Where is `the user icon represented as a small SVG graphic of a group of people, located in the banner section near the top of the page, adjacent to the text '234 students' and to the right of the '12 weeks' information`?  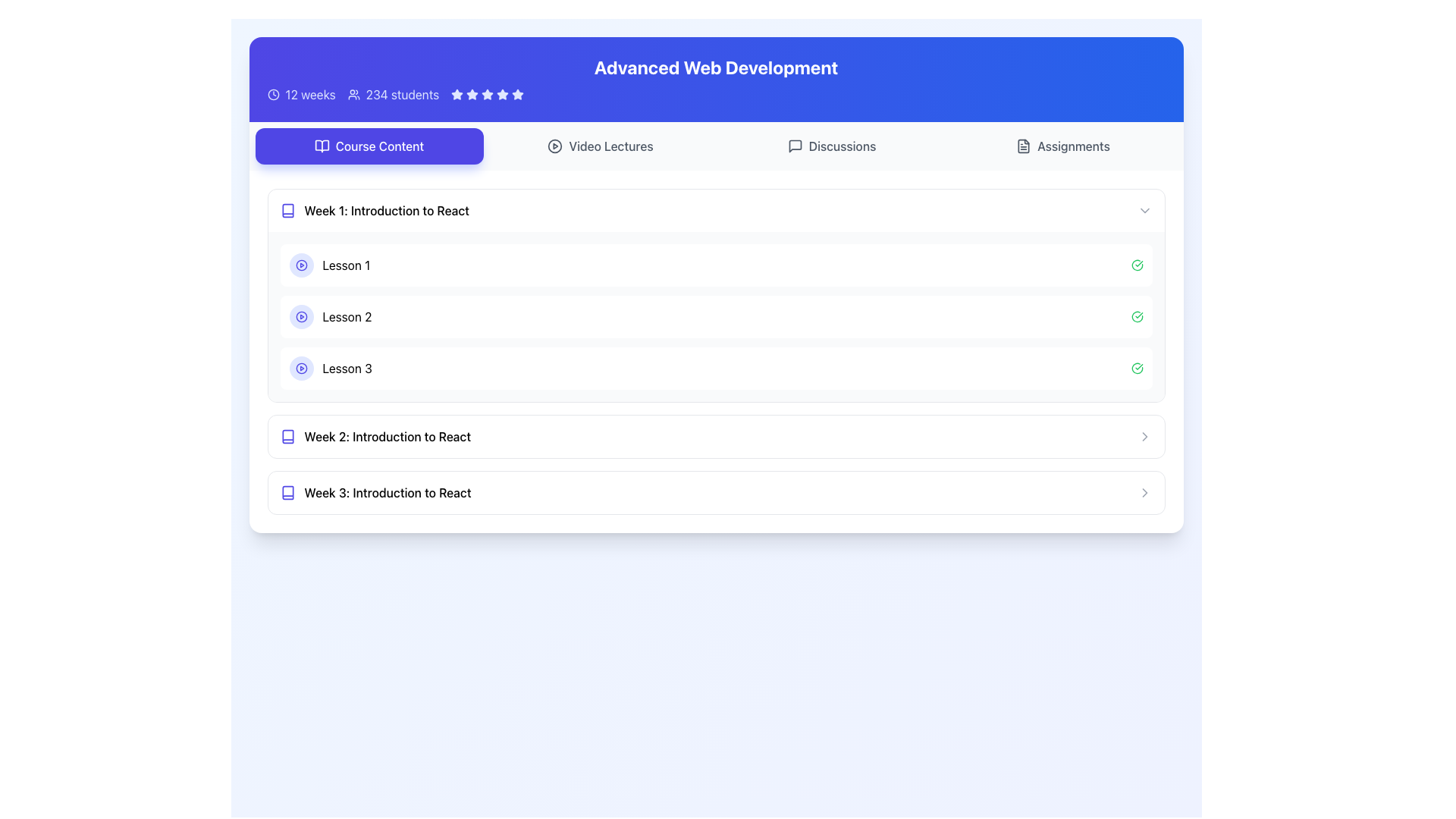
the user icon represented as a small SVG graphic of a group of people, located in the banner section near the top of the page, adjacent to the text '234 students' and to the right of the '12 weeks' information is located at coordinates (353, 94).